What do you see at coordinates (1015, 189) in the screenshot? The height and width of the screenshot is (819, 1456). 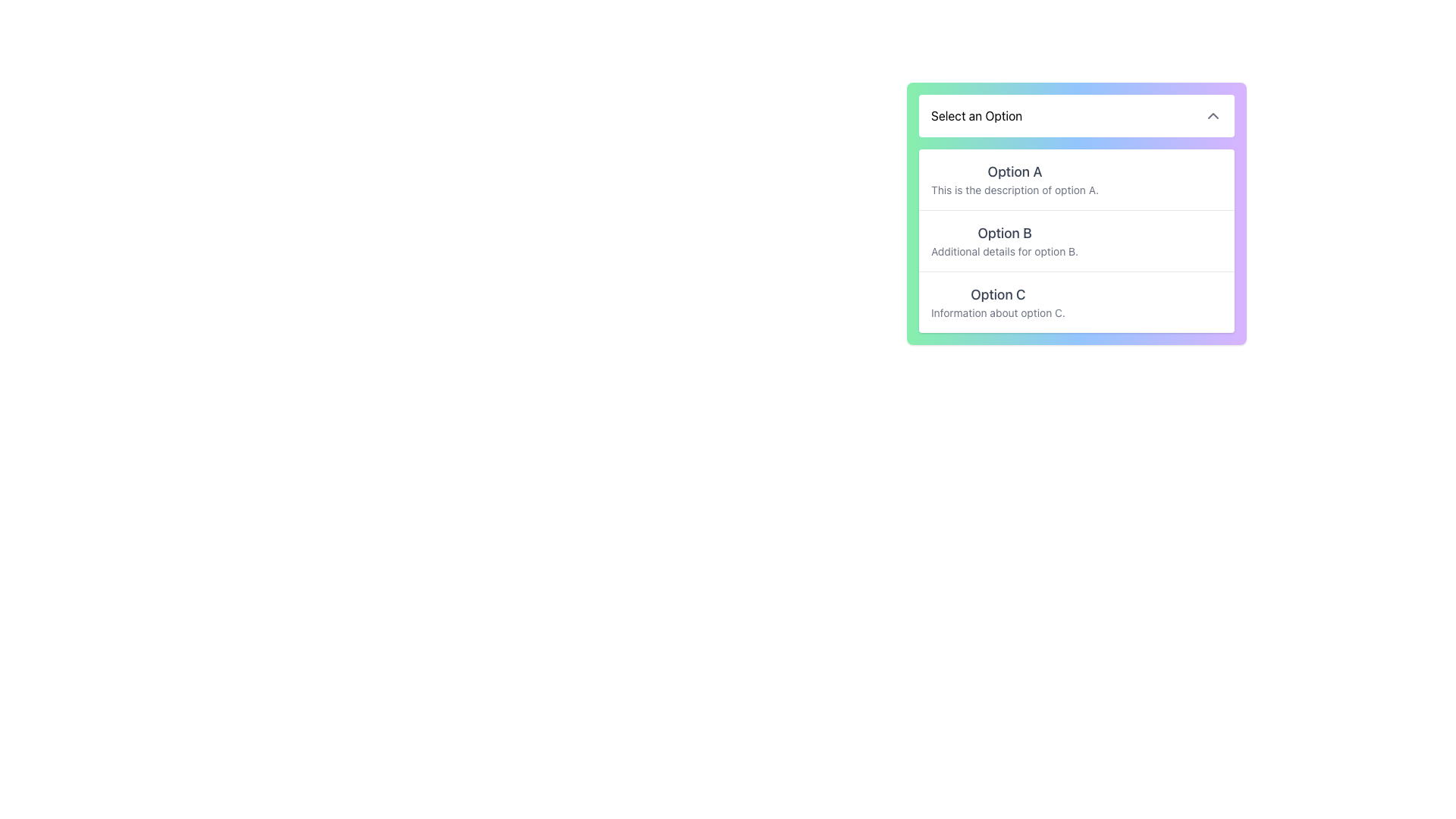 I see `the static descriptive text label located beneath 'Option A' in the dropdown menu` at bounding box center [1015, 189].